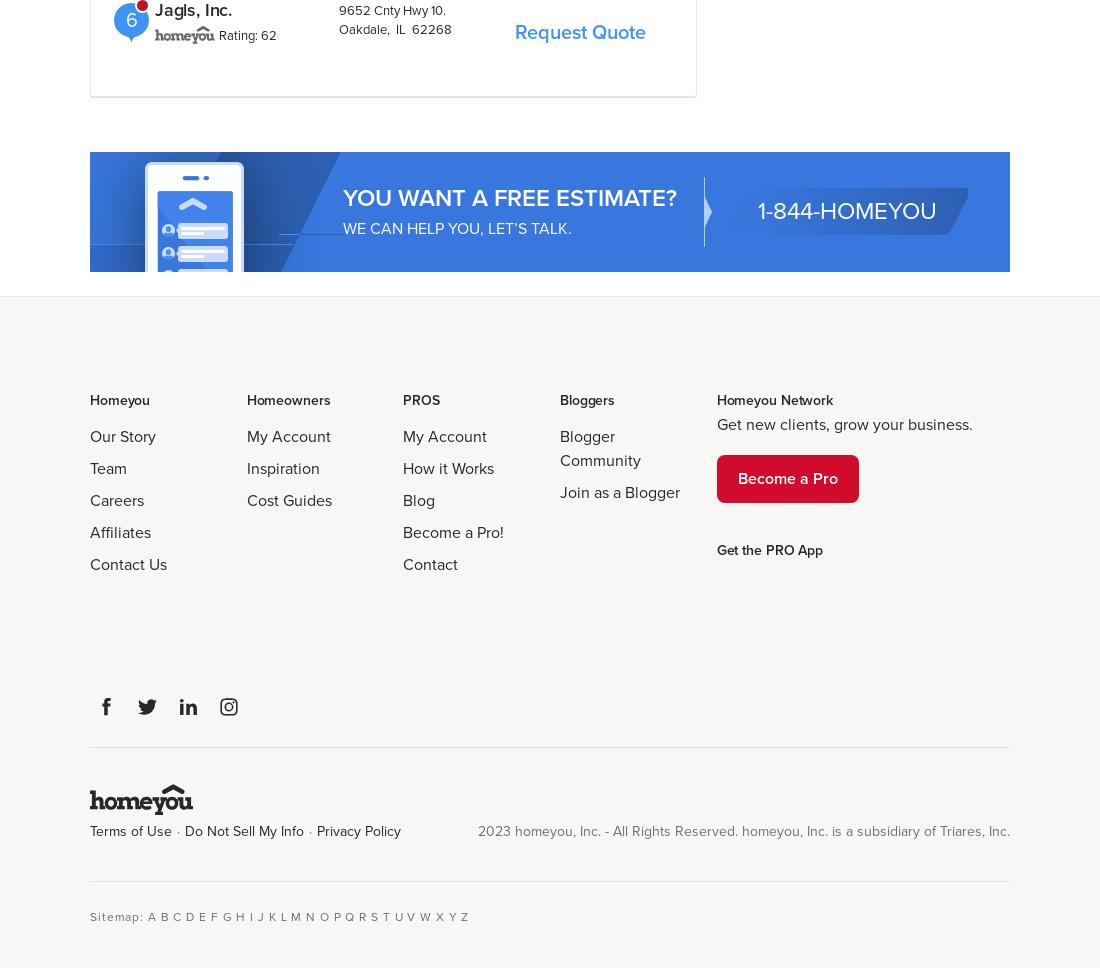 The width and height of the screenshot is (1100, 968). What do you see at coordinates (447, 467) in the screenshot?
I see `'How it Works'` at bounding box center [447, 467].